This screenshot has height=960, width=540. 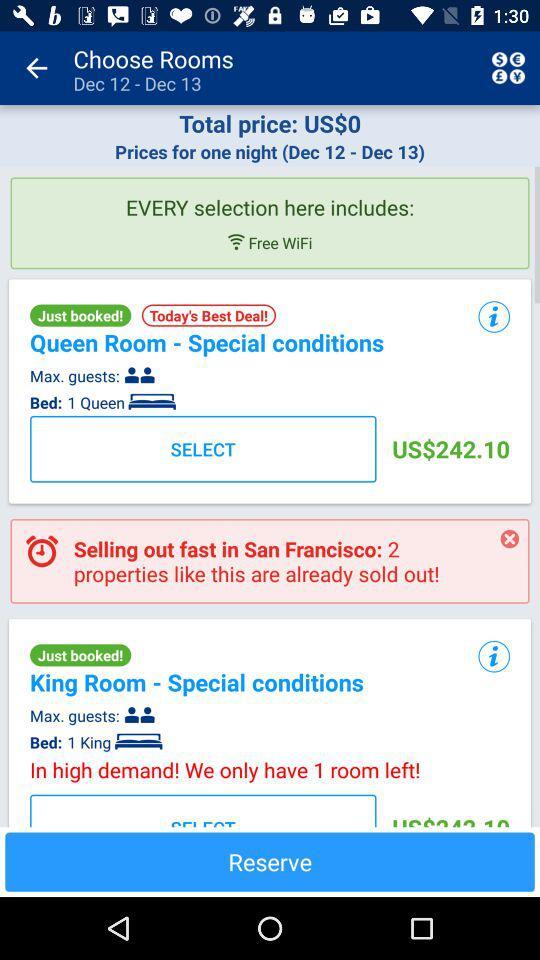 What do you see at coordinates (36, 68) in the screenshot?
I see `app above total price us` at bounding box center [36, 68].